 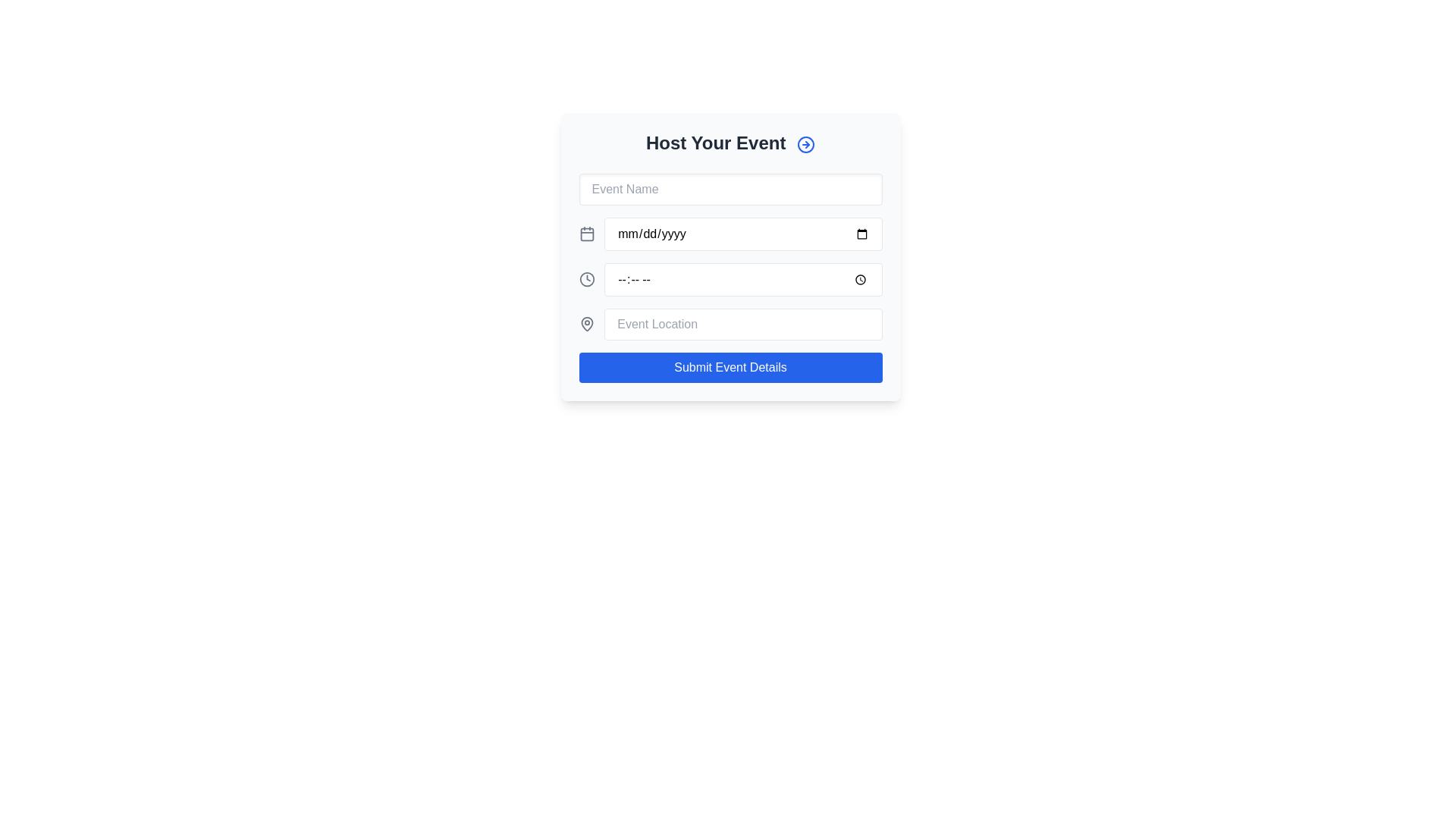 What do you see at coordinates (586, 280) in the screenshot?
I see `the time-related icon located in the third input row of the form, which is positioned at the left side of the time entry input field` at bounding box center [586, 280].